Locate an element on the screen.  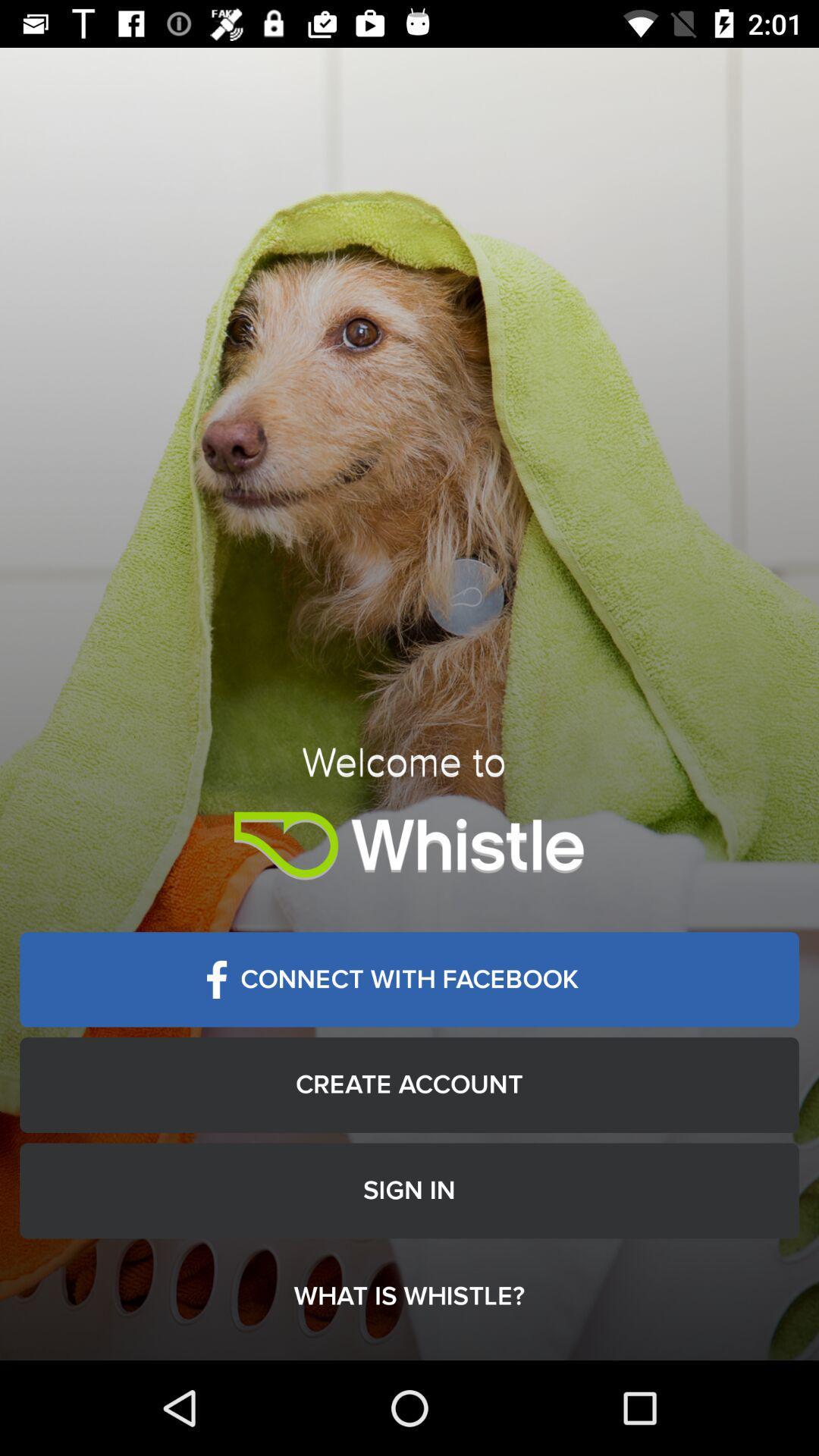
the connect with facebook is located at coordinates (409, 979).